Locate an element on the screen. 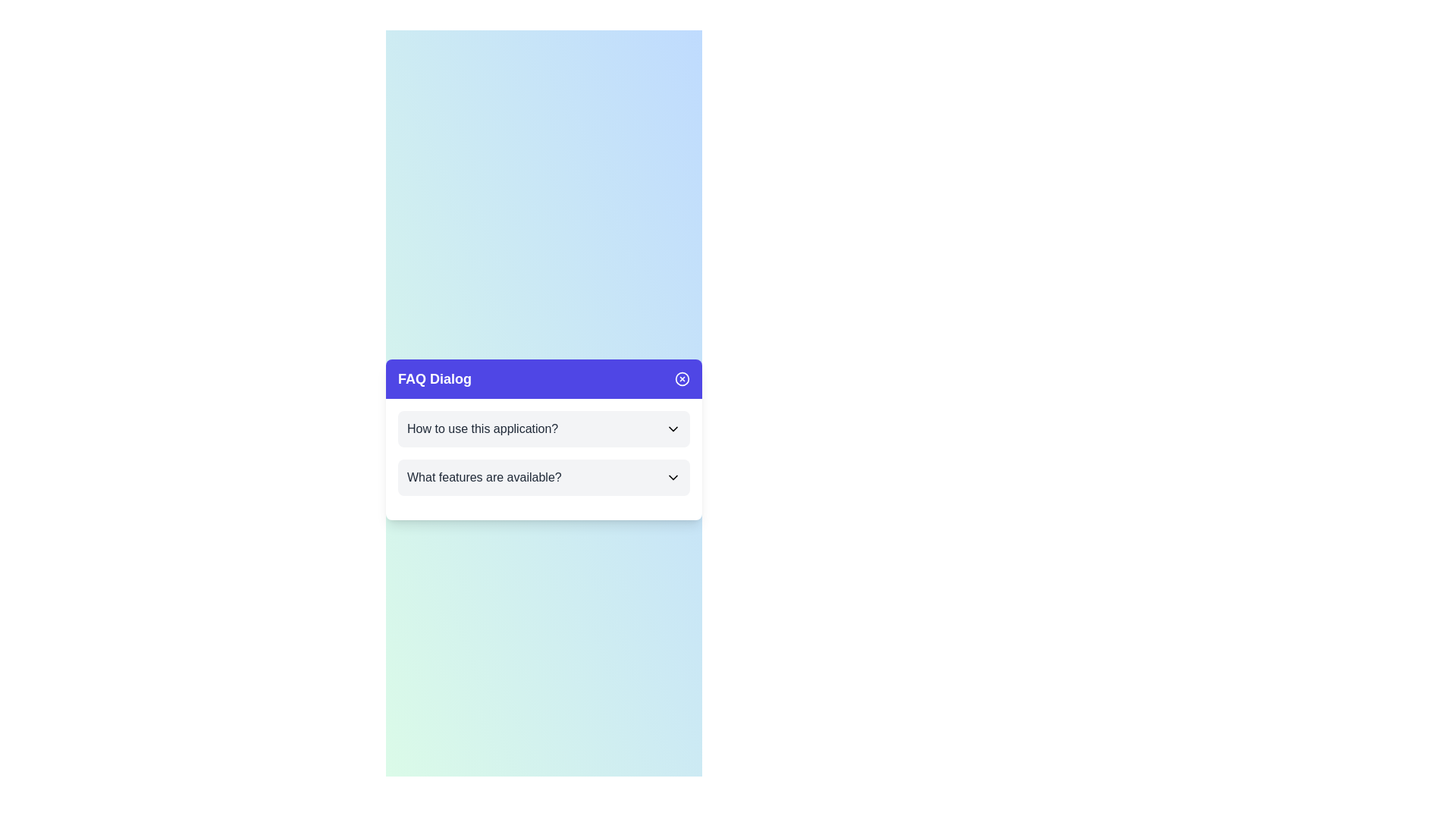 Image resolution: width=1456 pixels, height=819 pixels. the close button in the header of the dialog is located at coordinates (682, 378).